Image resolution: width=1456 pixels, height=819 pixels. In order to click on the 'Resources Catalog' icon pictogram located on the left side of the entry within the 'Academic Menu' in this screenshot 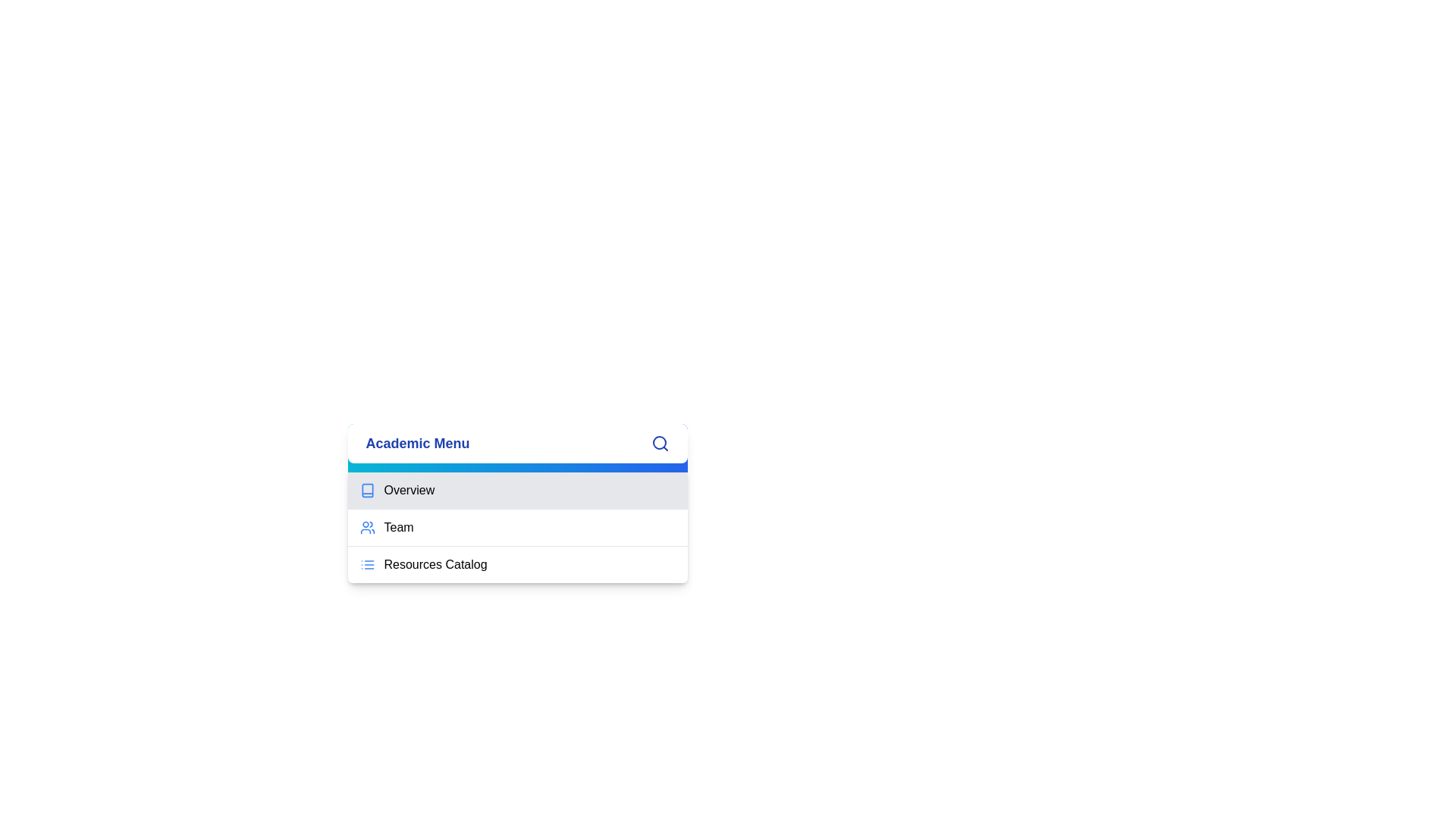, I will do `click(367, 564)`.